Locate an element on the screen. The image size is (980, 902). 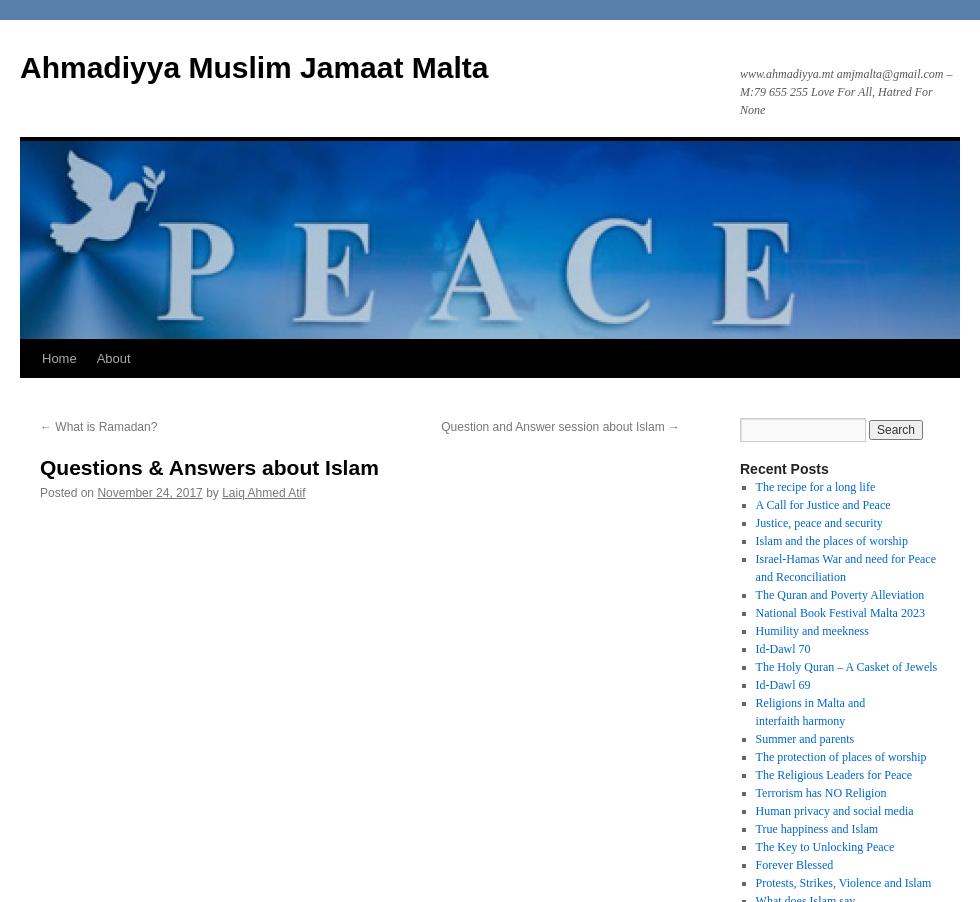
'What is Ramadan?' is located at coordinates (104, 427).